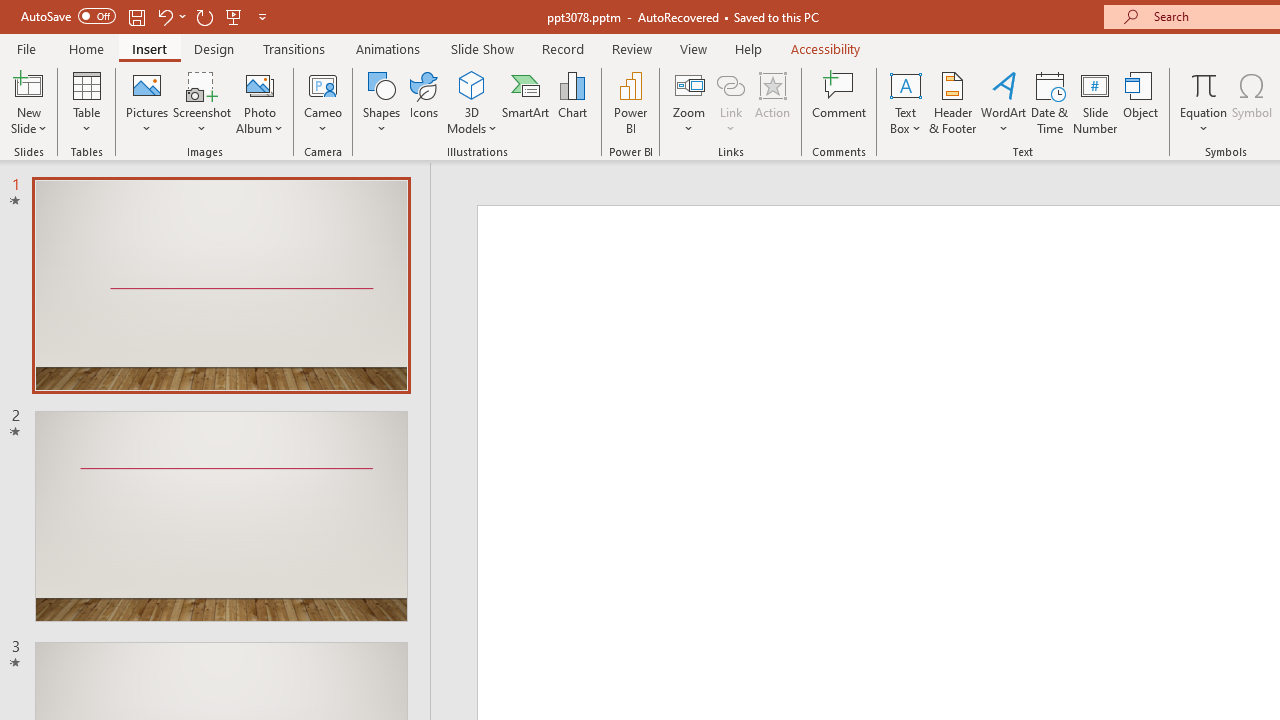  What do you see at coordinates (1004, 103) in the screenshot?
I see `'WordArt'` at bounding box center [1004, 103].